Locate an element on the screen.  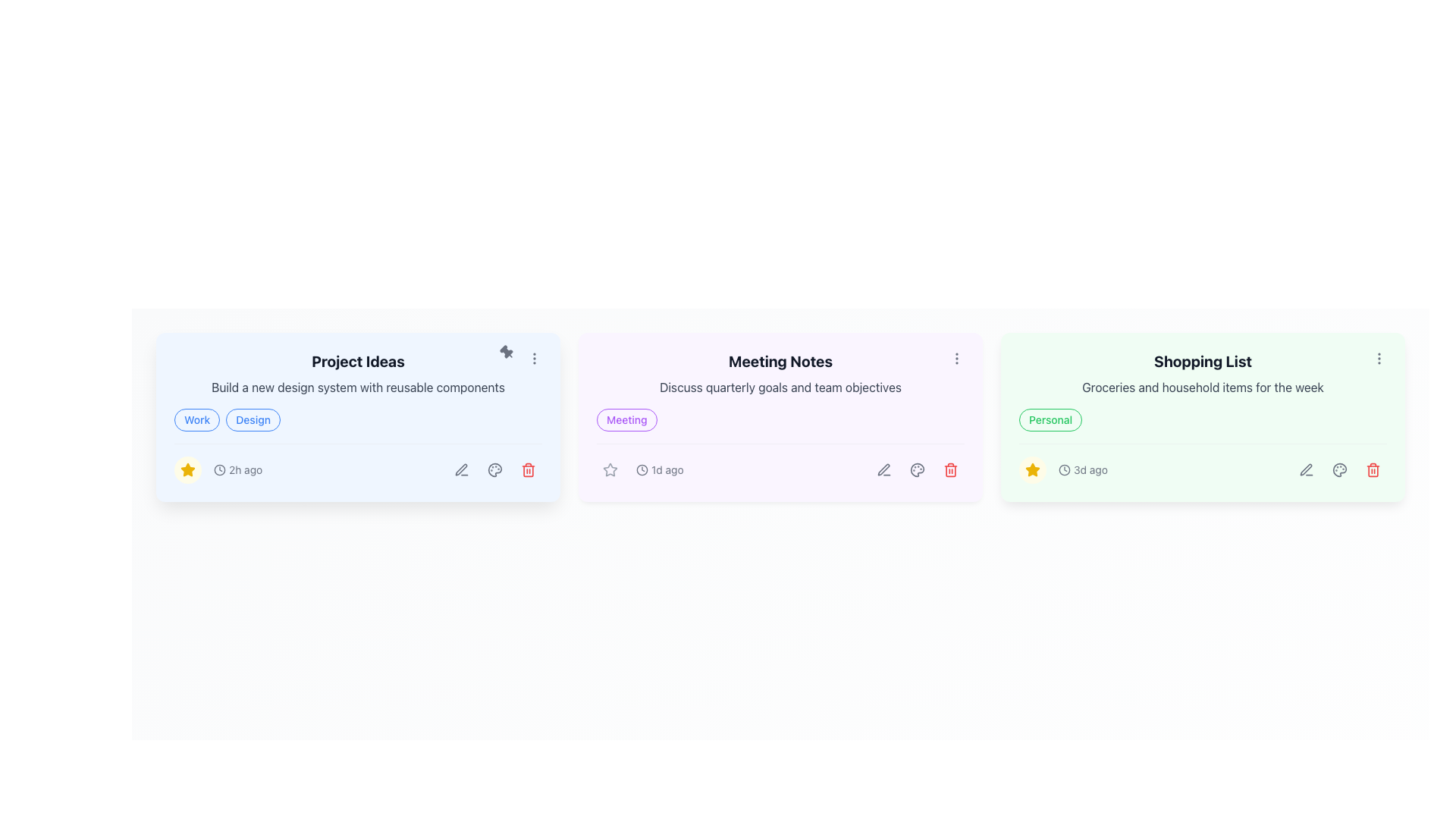
the green progress indicator or status bar located at the bottom edge of the 'Shopping List' card to gather its status is located at coordinates (1202, 500).